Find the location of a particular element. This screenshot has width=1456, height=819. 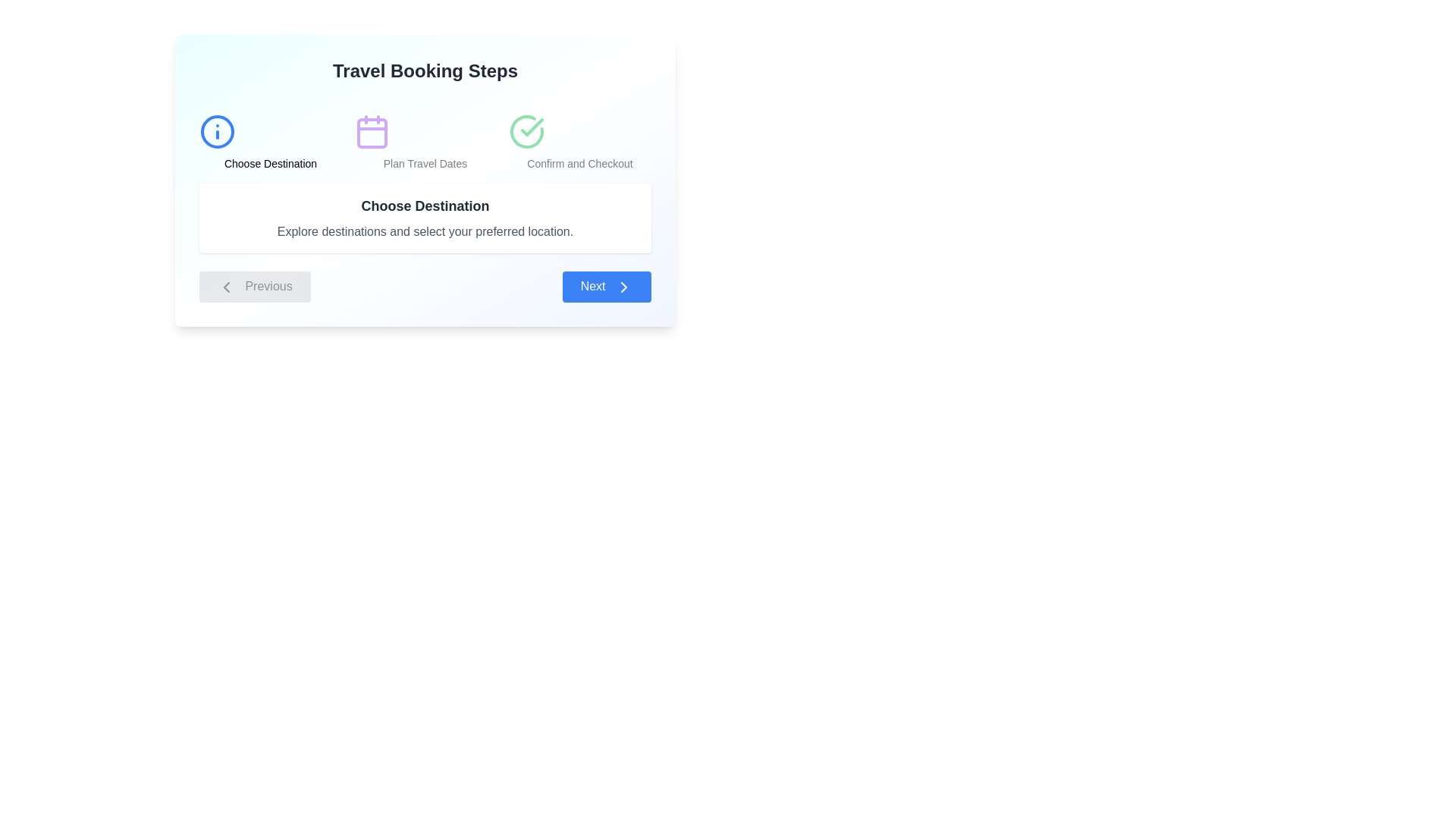

the travel planning icon located at the top center of the navigation header for travel booking steps, positioned between a blue information icon and a green checkmark icon is located at coordinates (372, 130).